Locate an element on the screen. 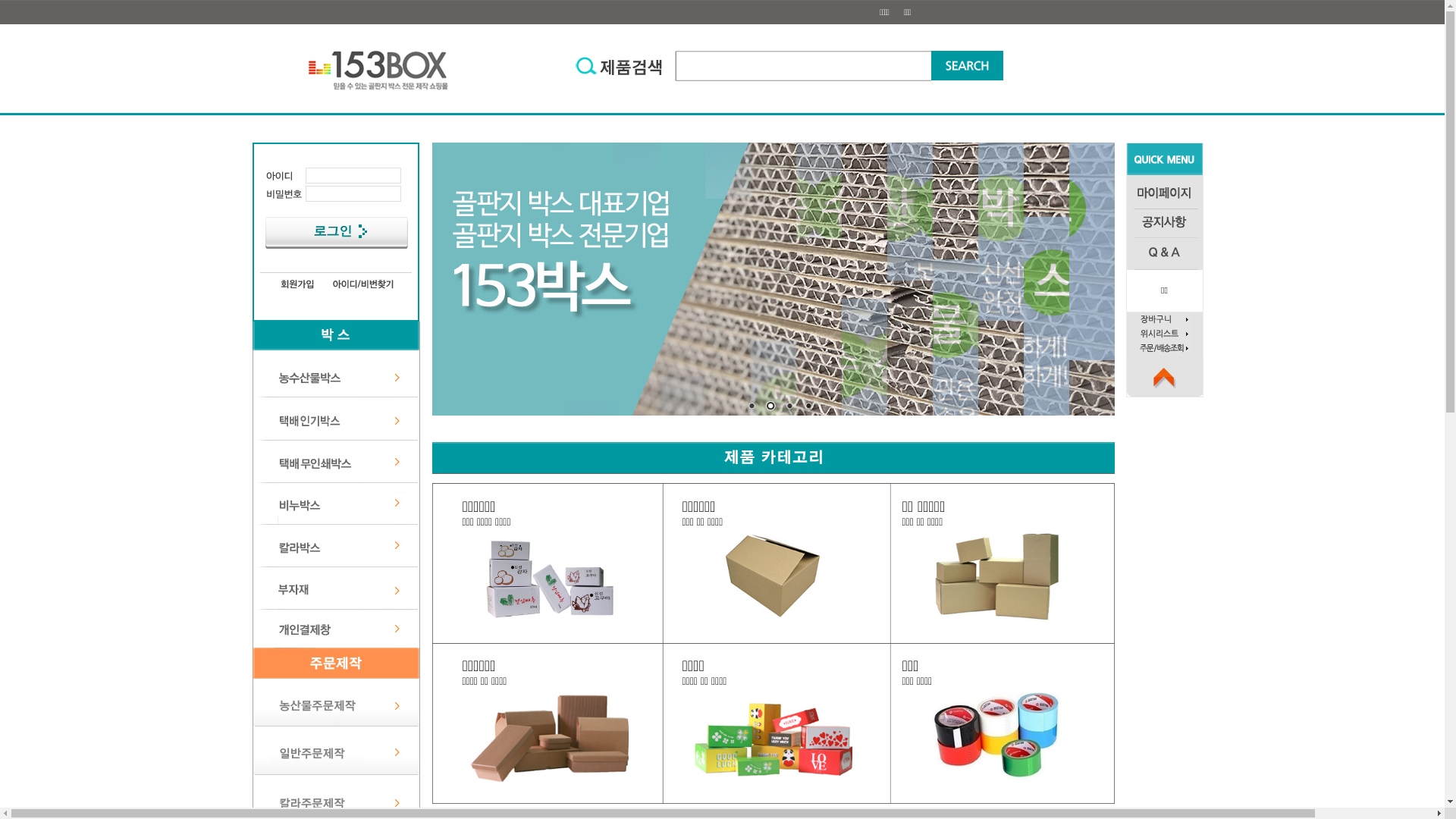 The width and height of the screenshot is (1456, 819). '1' is located at coordinates (751, 406).